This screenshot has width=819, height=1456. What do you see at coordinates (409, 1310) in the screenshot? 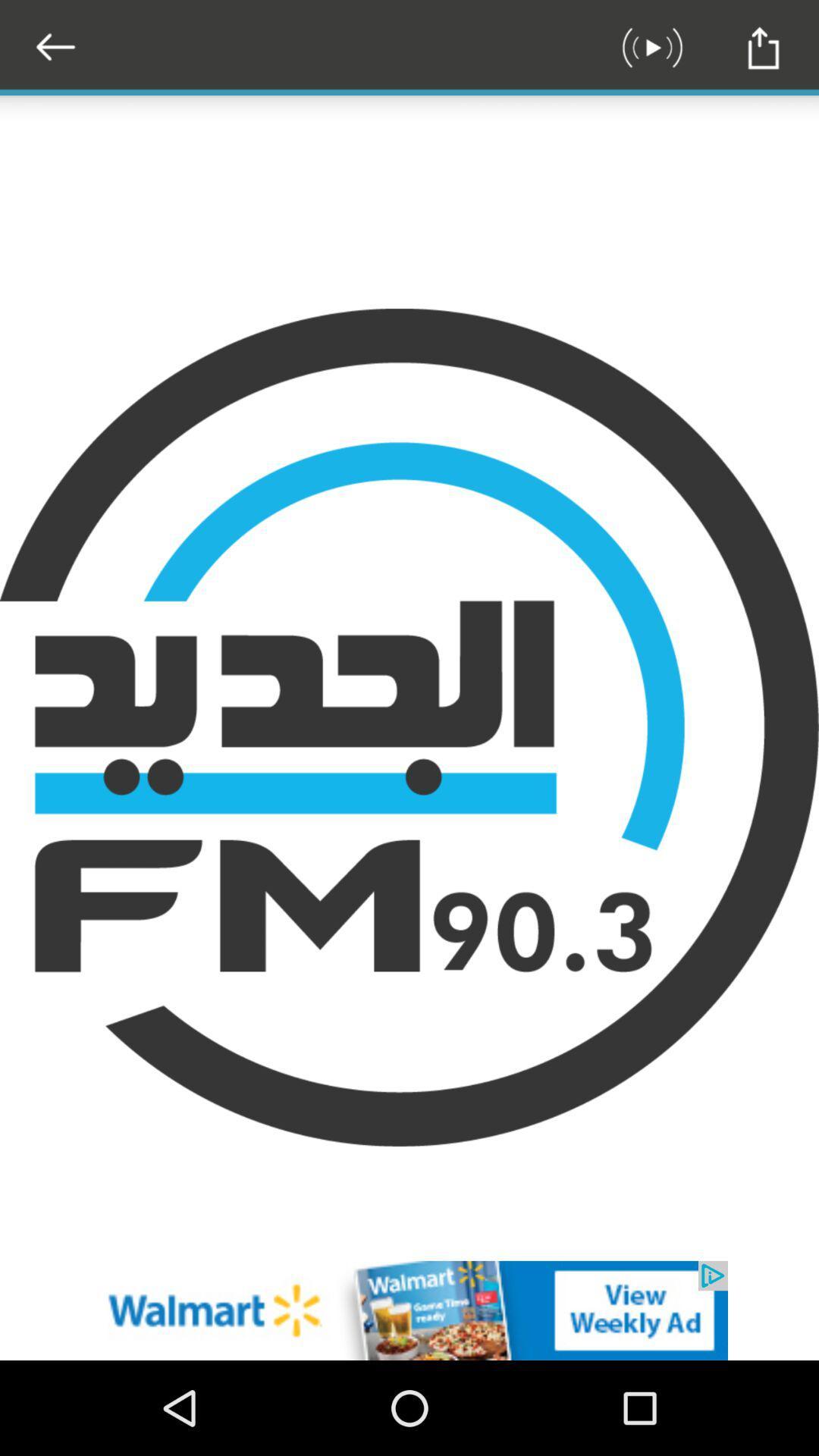
I see `open advertisement` at bounding box center [409, 1310].